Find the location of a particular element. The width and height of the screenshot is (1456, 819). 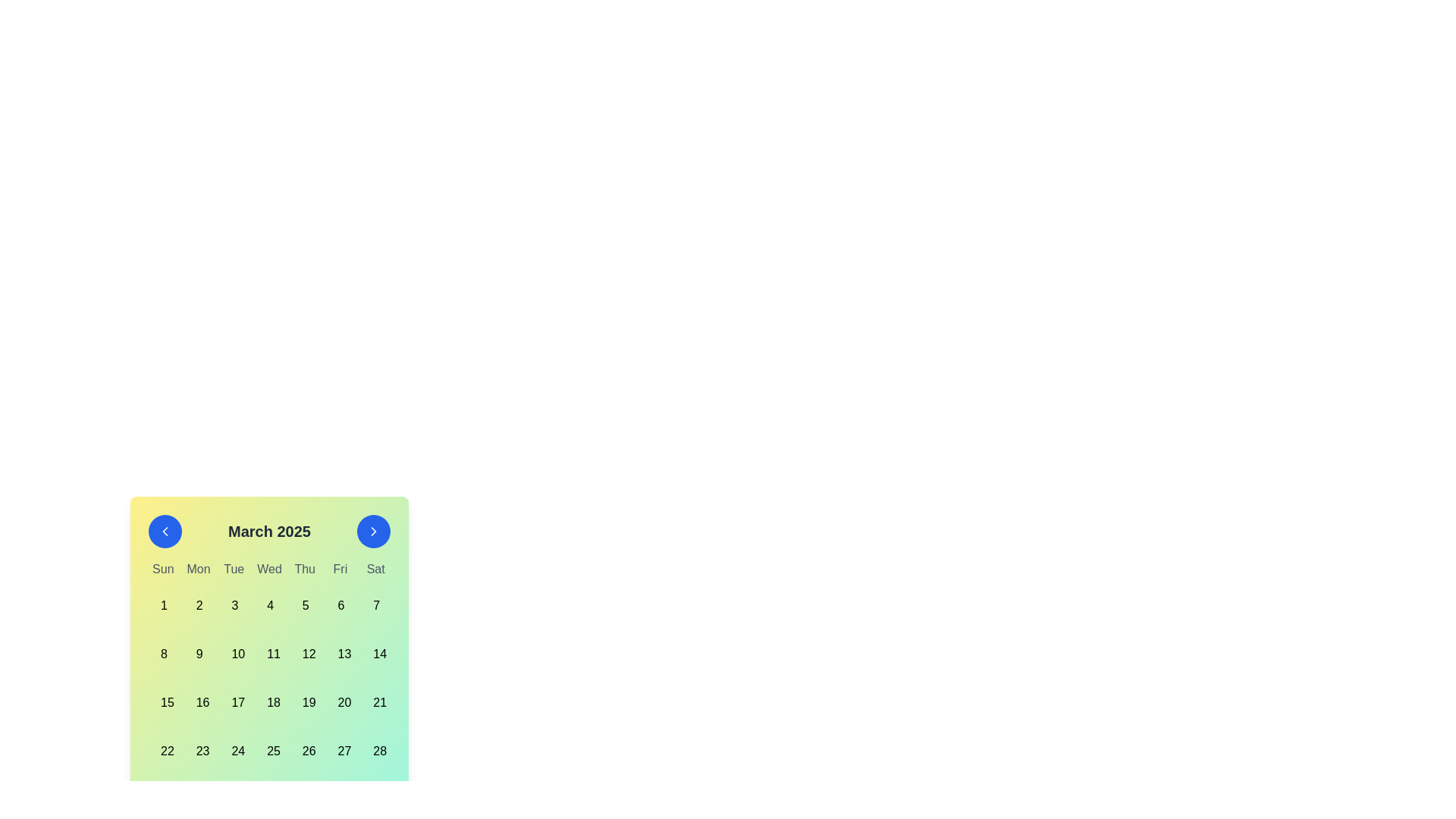

the clickable calendar day box displaying the number '12' in black text, located in the third row and fifth column of the calendar grid is located at coordinates (304, 654).